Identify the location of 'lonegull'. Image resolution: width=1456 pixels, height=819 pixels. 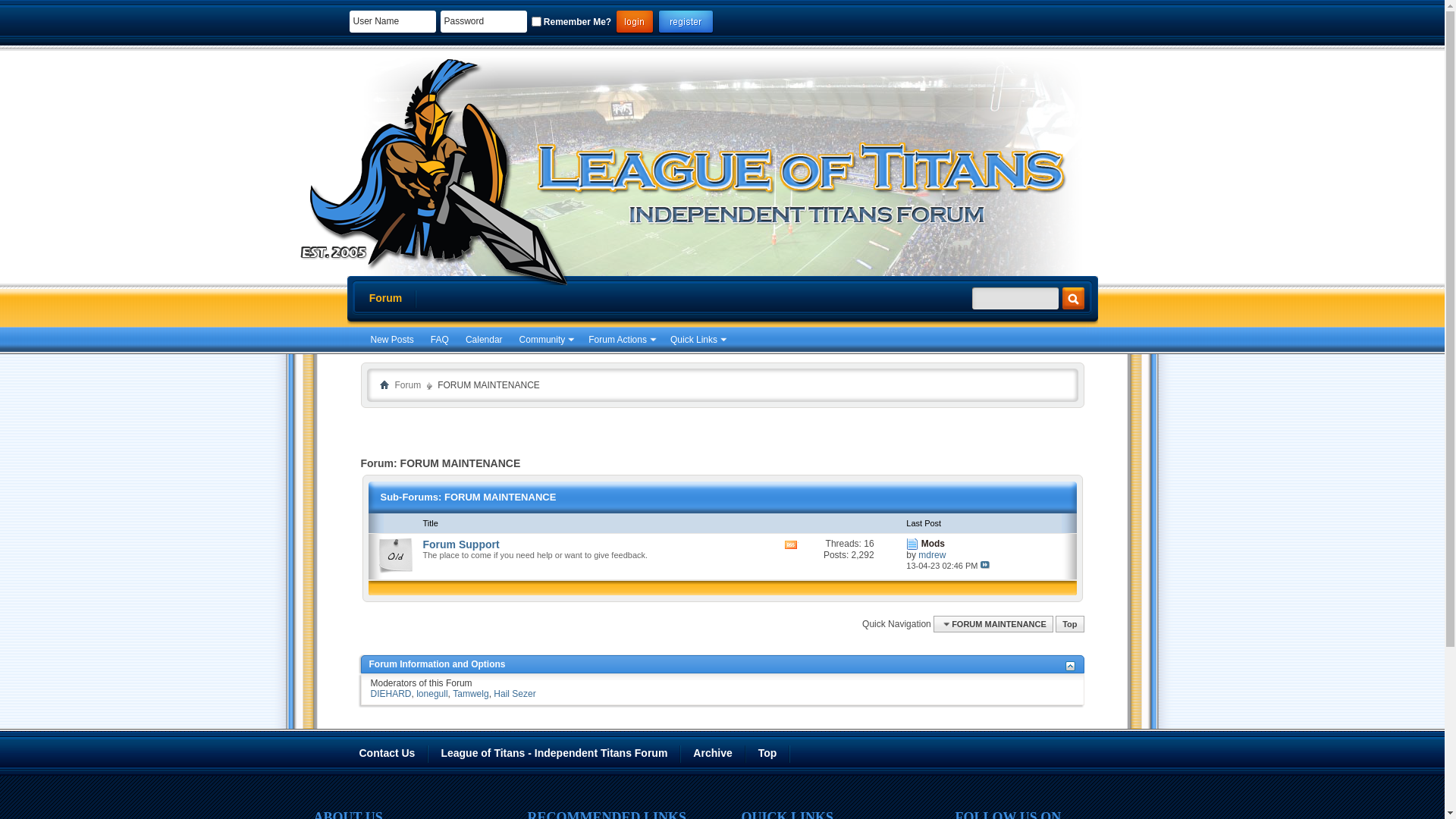
(431, 693).